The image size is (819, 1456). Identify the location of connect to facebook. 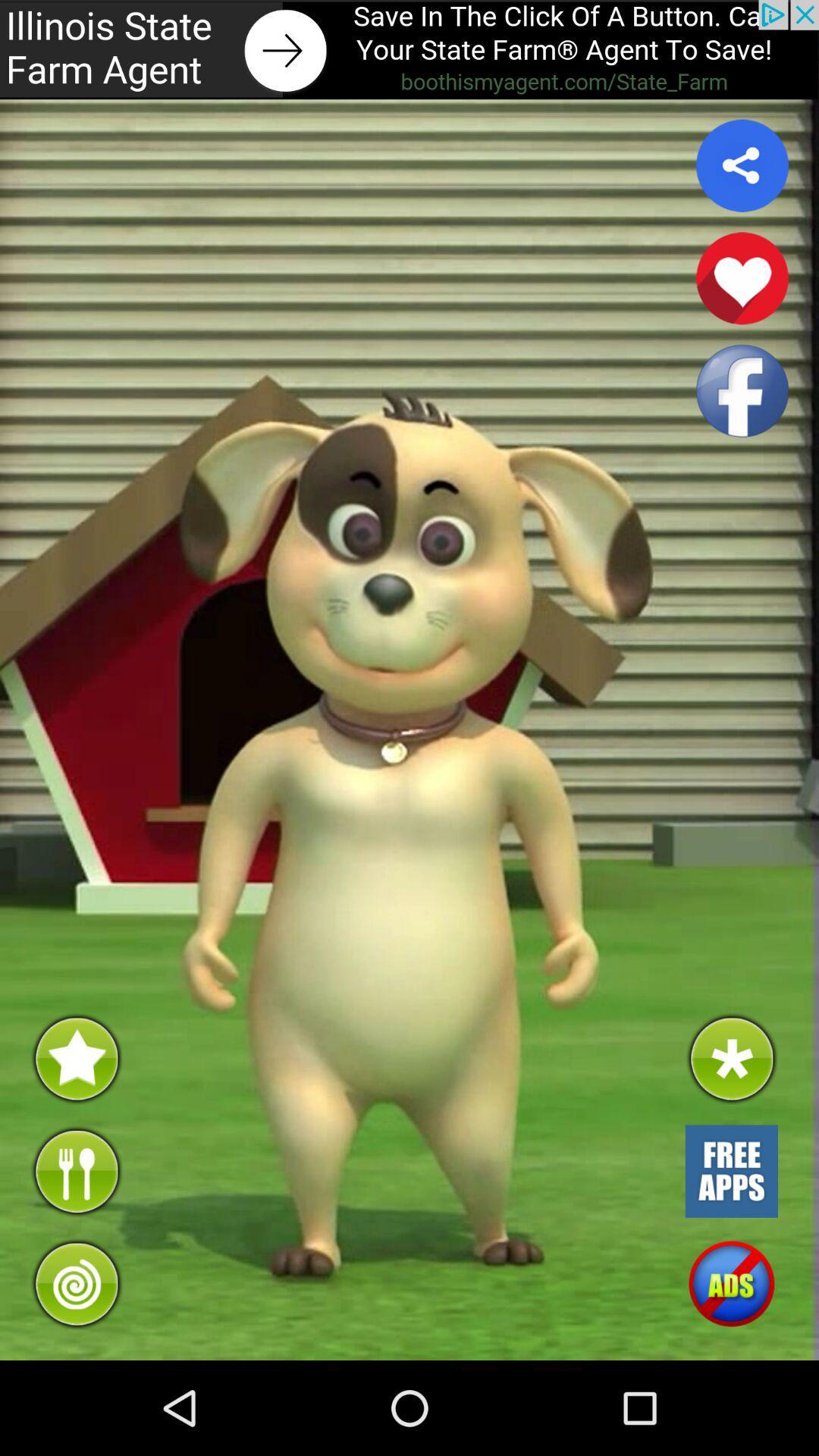
(742, 391).